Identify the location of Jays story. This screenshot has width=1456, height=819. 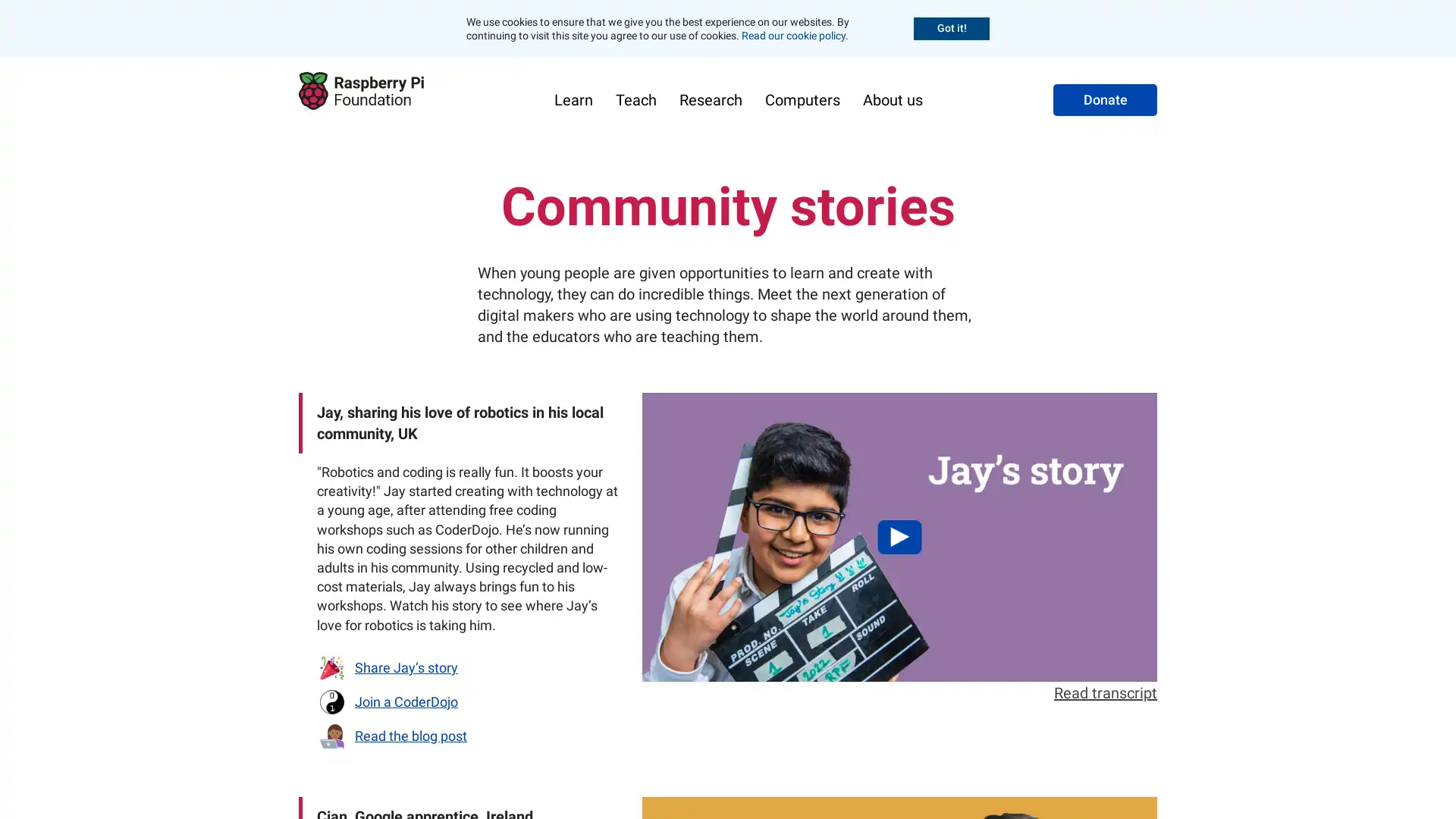
(899, 537).